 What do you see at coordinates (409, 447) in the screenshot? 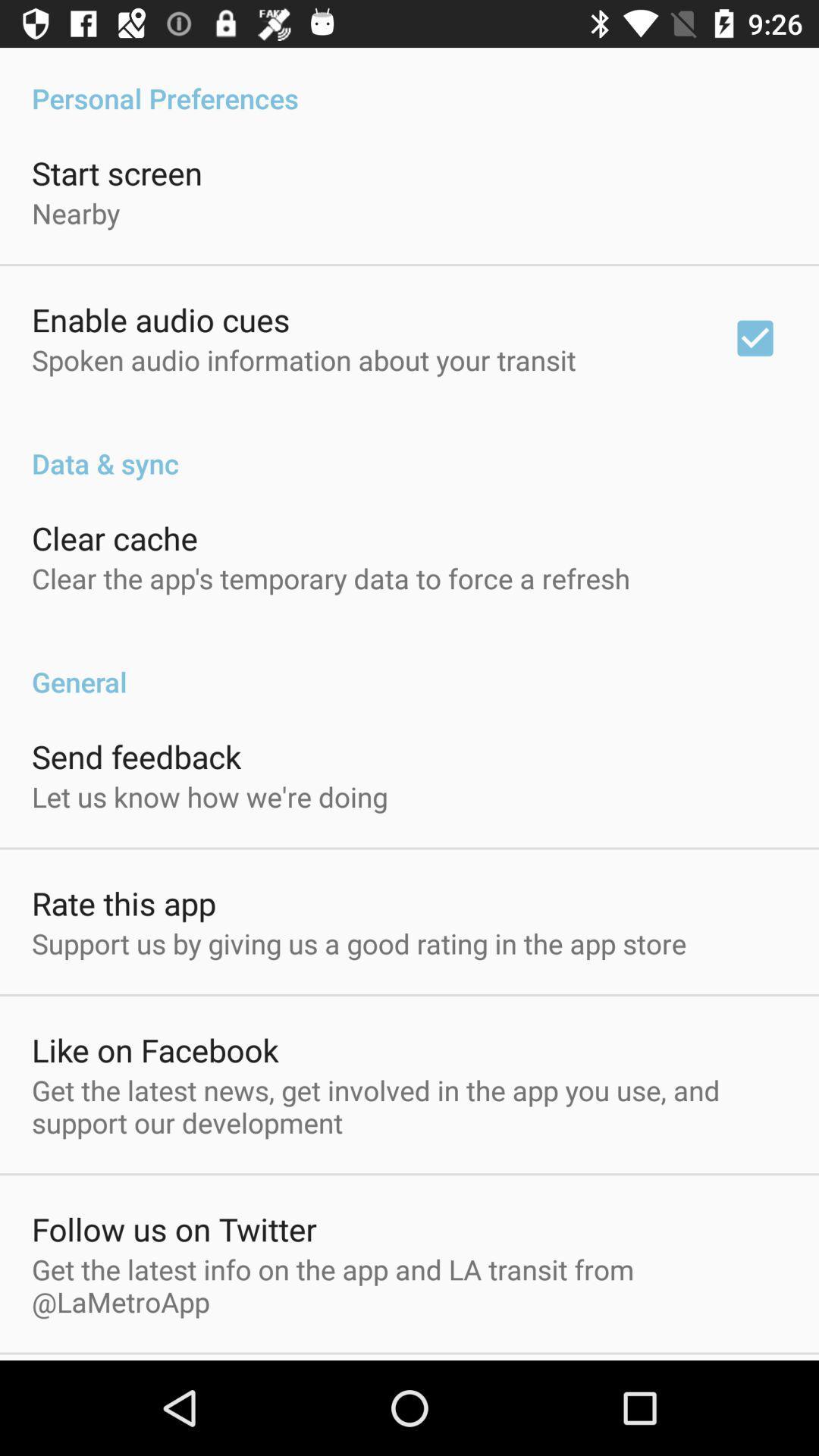
I see `icon below spoken audio information` at bounding box center [409, 447].